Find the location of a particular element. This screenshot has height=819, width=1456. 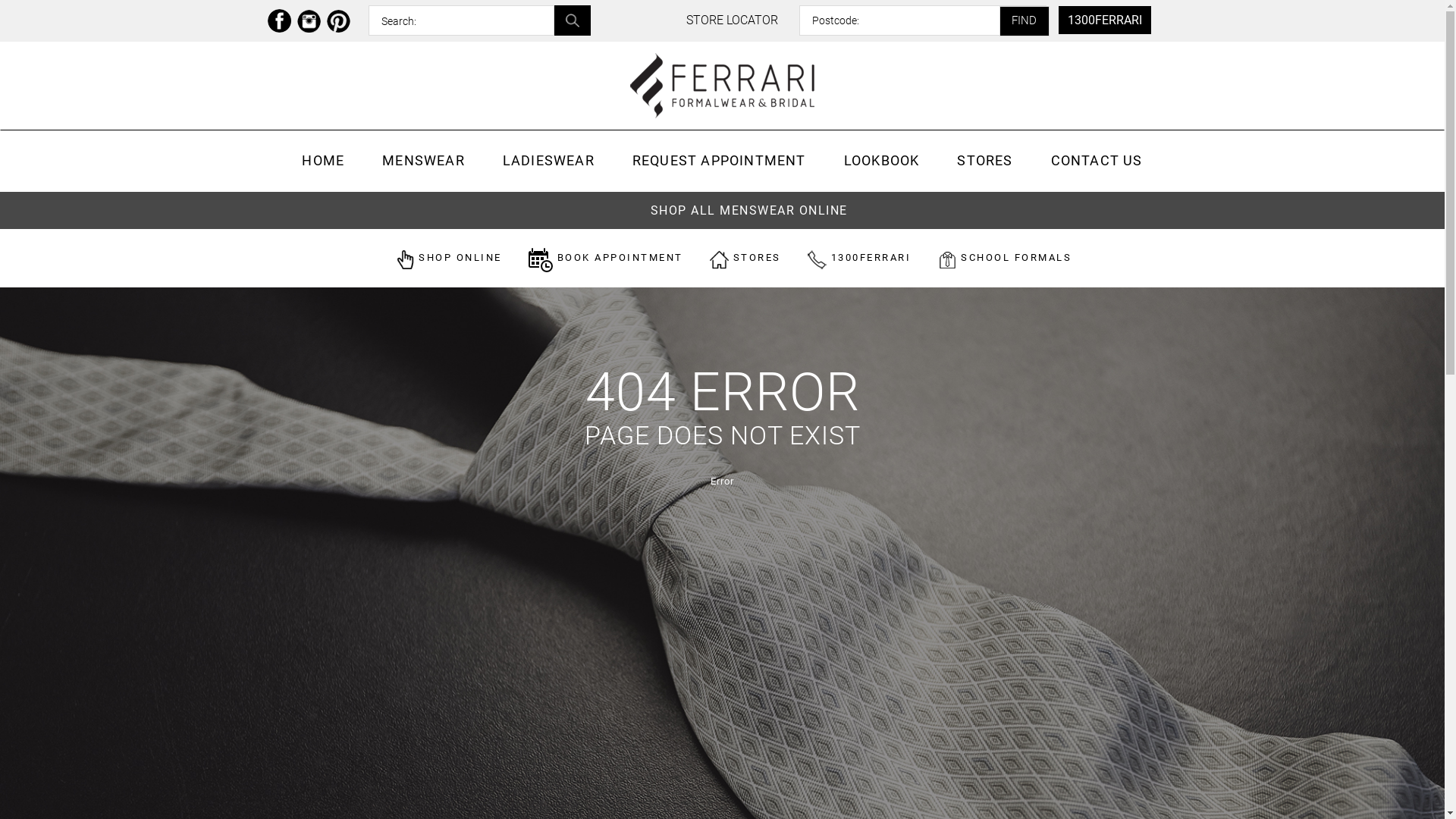

'LADIESWEAR' is located at coordinates (548, 161).